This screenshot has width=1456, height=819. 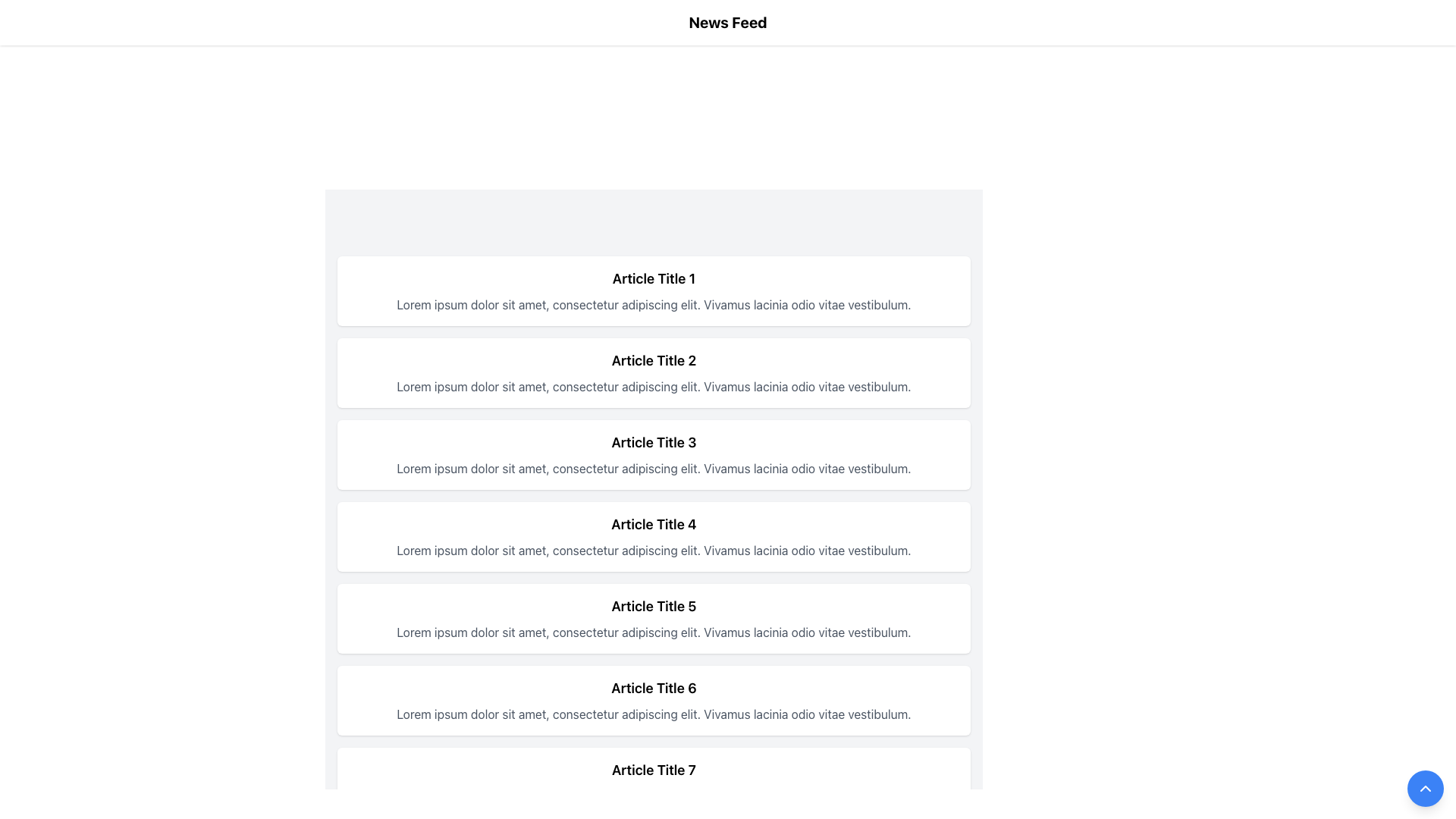 What do you see at coordinates (654, 714) in the screenshot?
I see `the static text paragraph styled with gray-colored text located below the bold title 'Article Title 6.'` at bounding box center [654, 714].